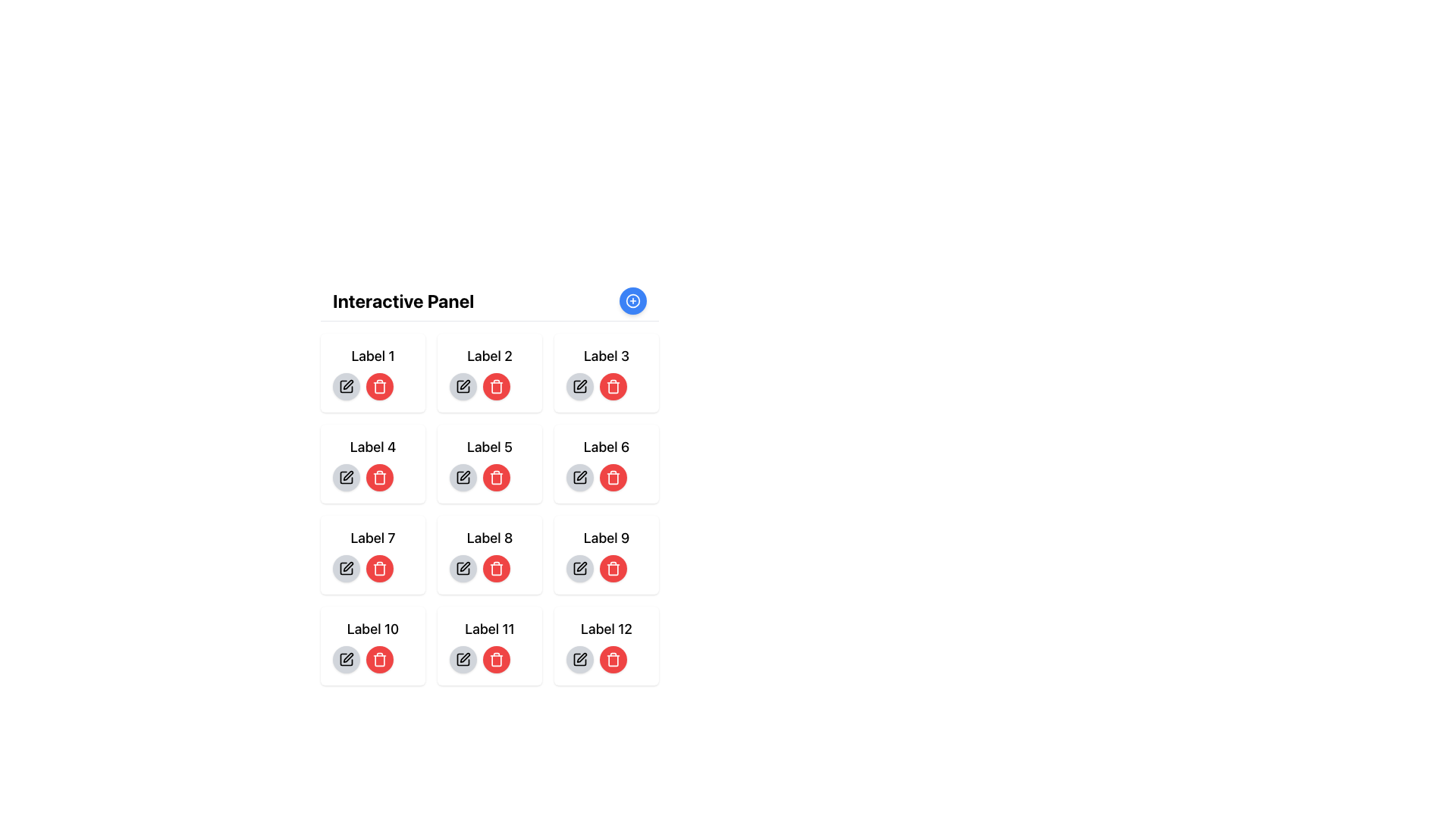 The image size is (1456, 819). What do you see at coordinates (345, 476) in the screenshot?
I see `the circular gray button with a pen symbol at the center, located in the fourth row and first column of the grid layout, to initiate editing` at bounding box center [345, 476].